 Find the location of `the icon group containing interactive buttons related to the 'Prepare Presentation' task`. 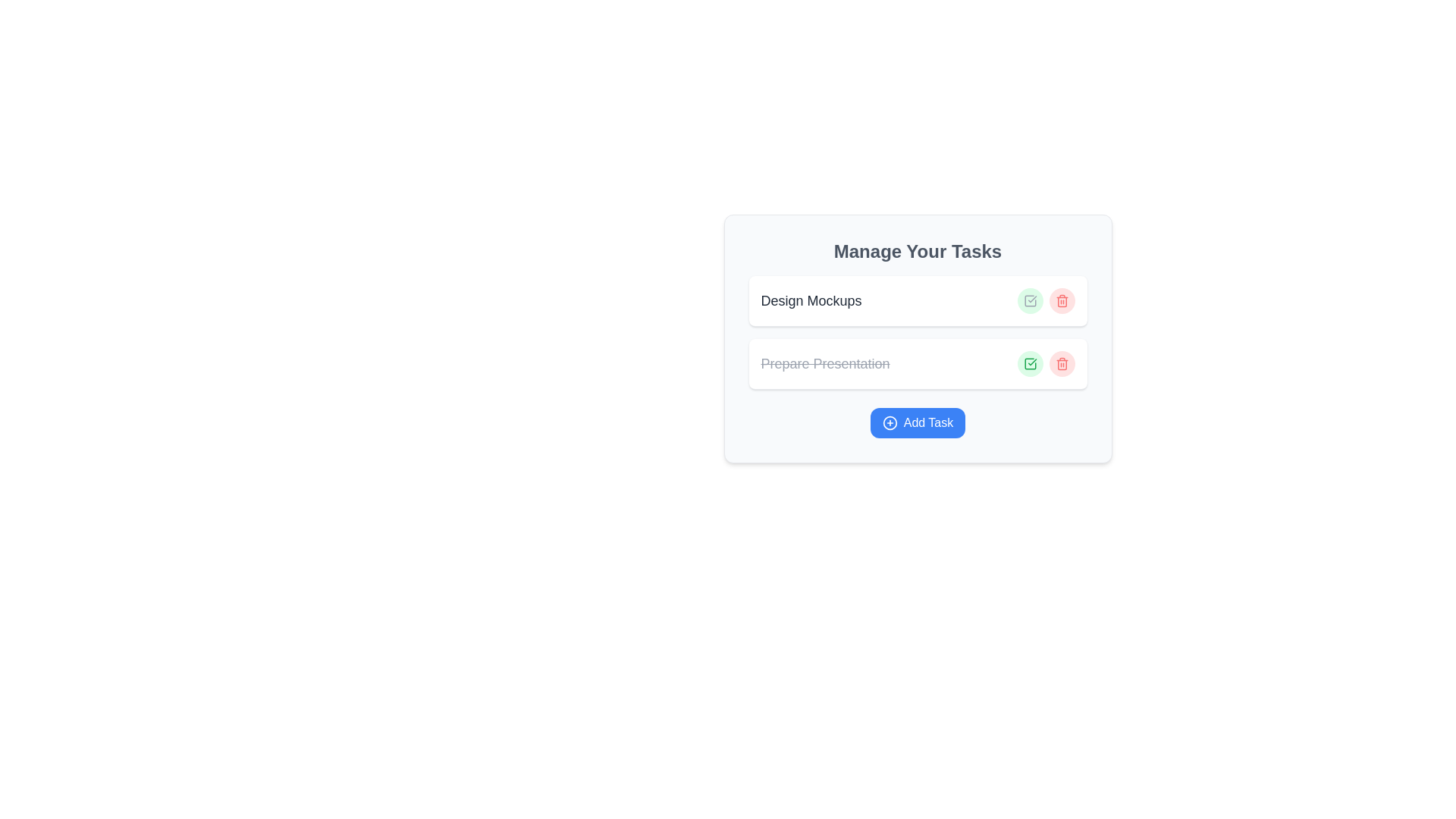

the icon group containing interactive buttons related to the 'Prepare Presentation' task is located at coordinates (1045, 363).